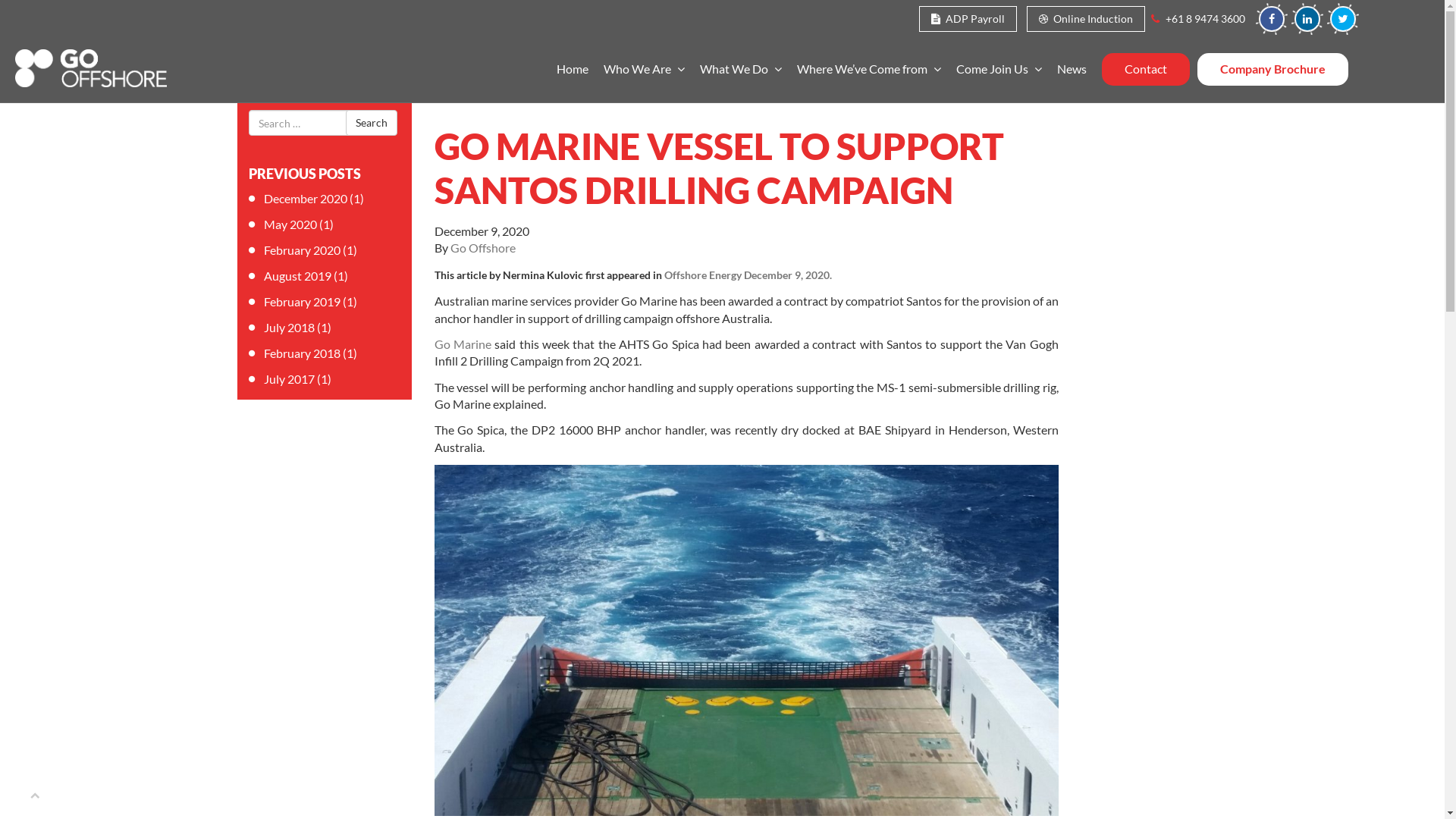  Describe the element at coordinates (998, 70) in the screenshot. I see `'Come Join Us'` at that location.